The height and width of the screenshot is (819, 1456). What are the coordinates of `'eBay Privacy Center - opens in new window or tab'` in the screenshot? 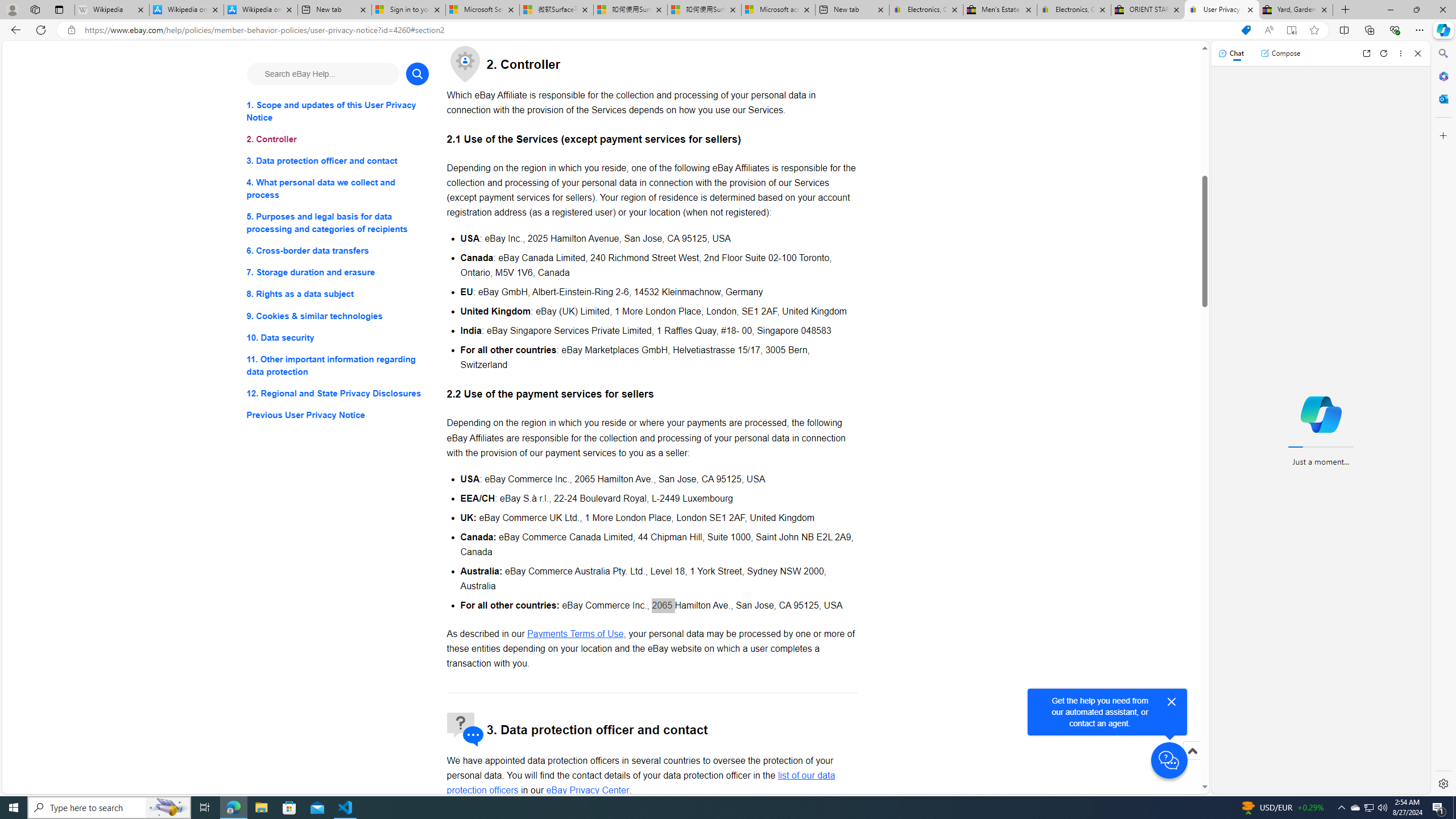 It's located at (586, 791).